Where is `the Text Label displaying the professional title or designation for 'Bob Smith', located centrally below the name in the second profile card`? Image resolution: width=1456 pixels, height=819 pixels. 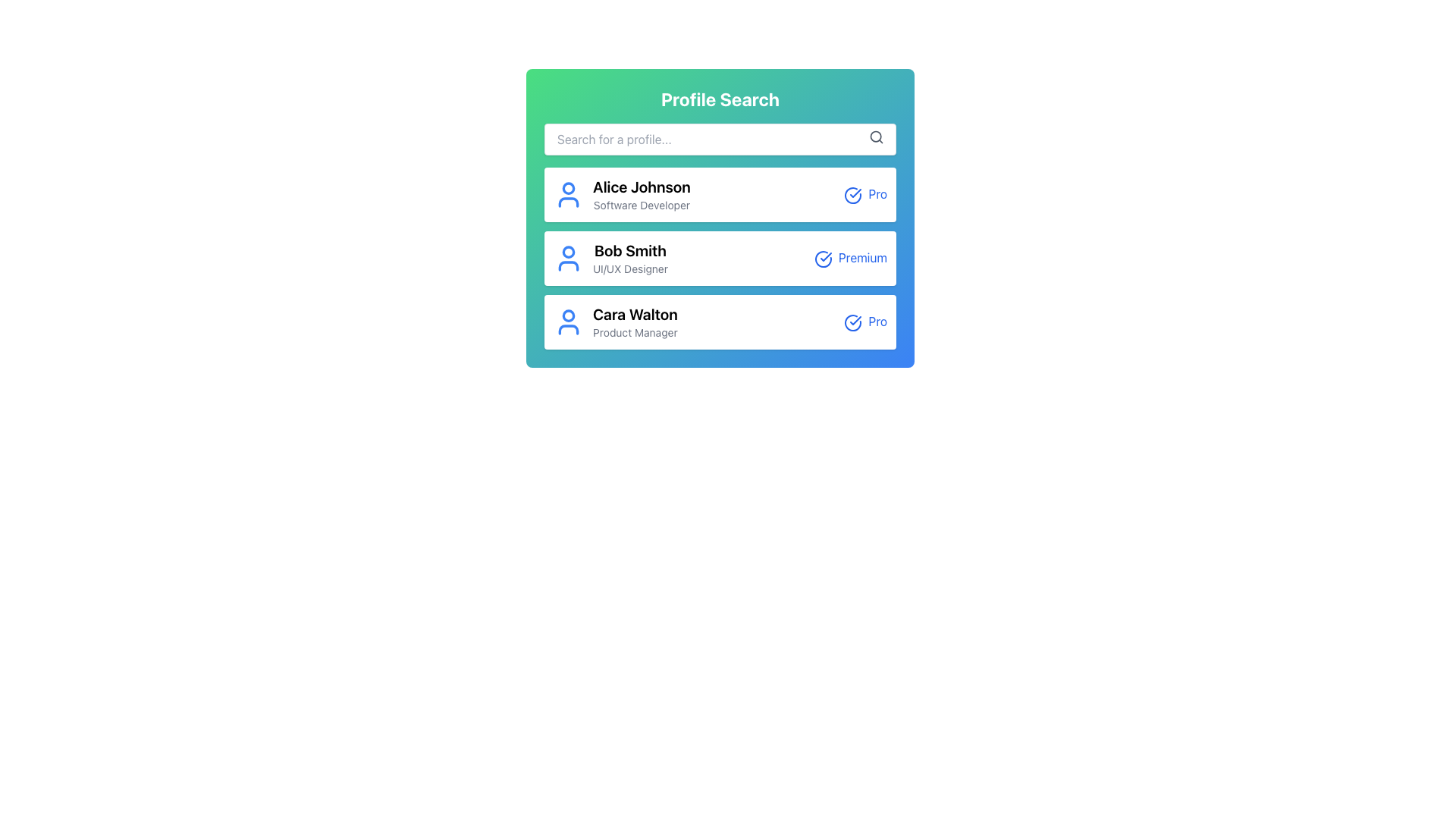
the Text Label displaying the professional title or designation for 'Bob Smith', located centrally below the name in the second profile card is located at coordinates (630, 268).